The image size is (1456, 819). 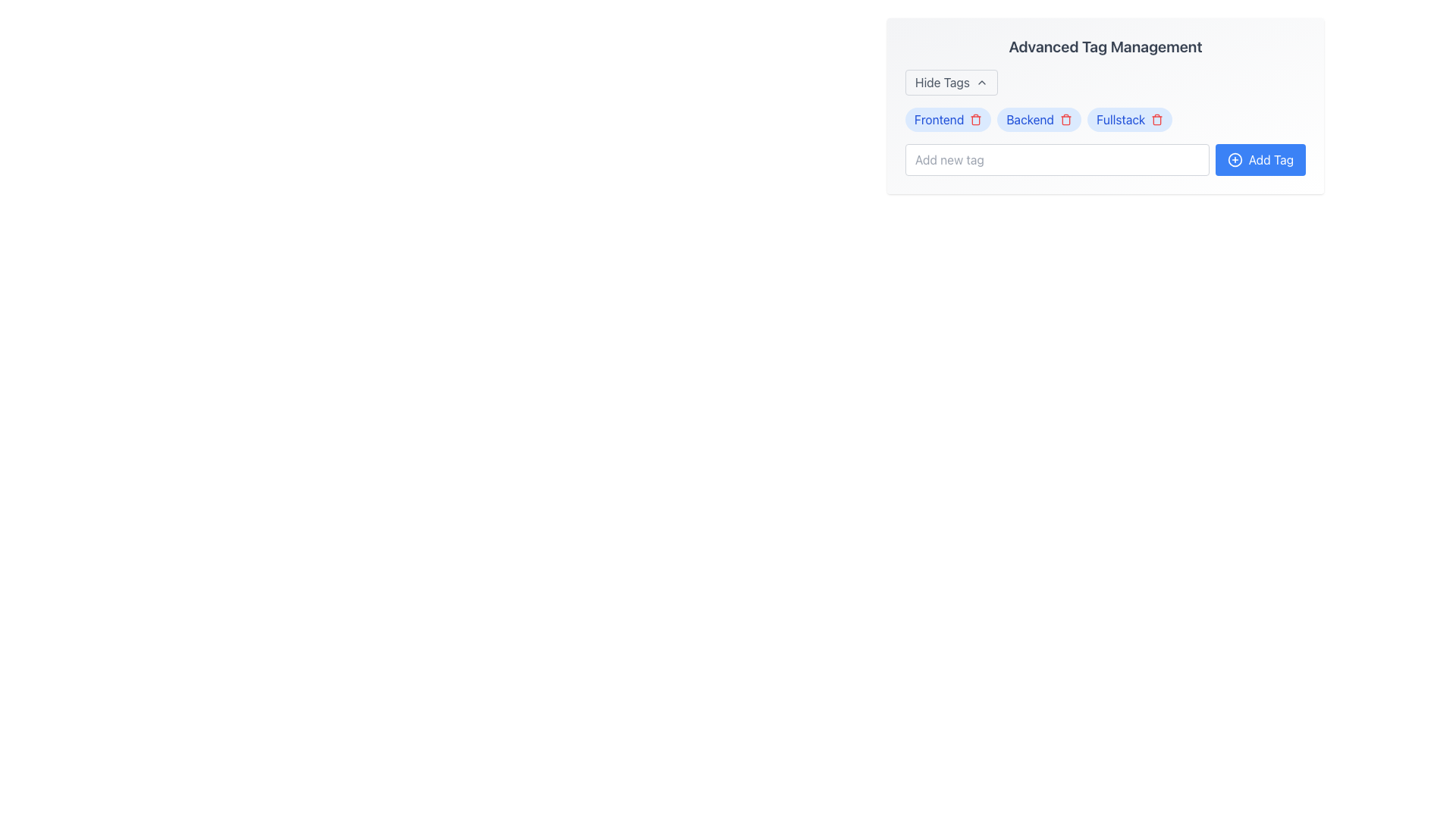 What do you see at coordinates (942, 82) in the screenshot?
I see `the first text label in the 'Advanced Tag Management' section, which describes the action of toggling the visibility of tags` at bounding box center [942, 82].